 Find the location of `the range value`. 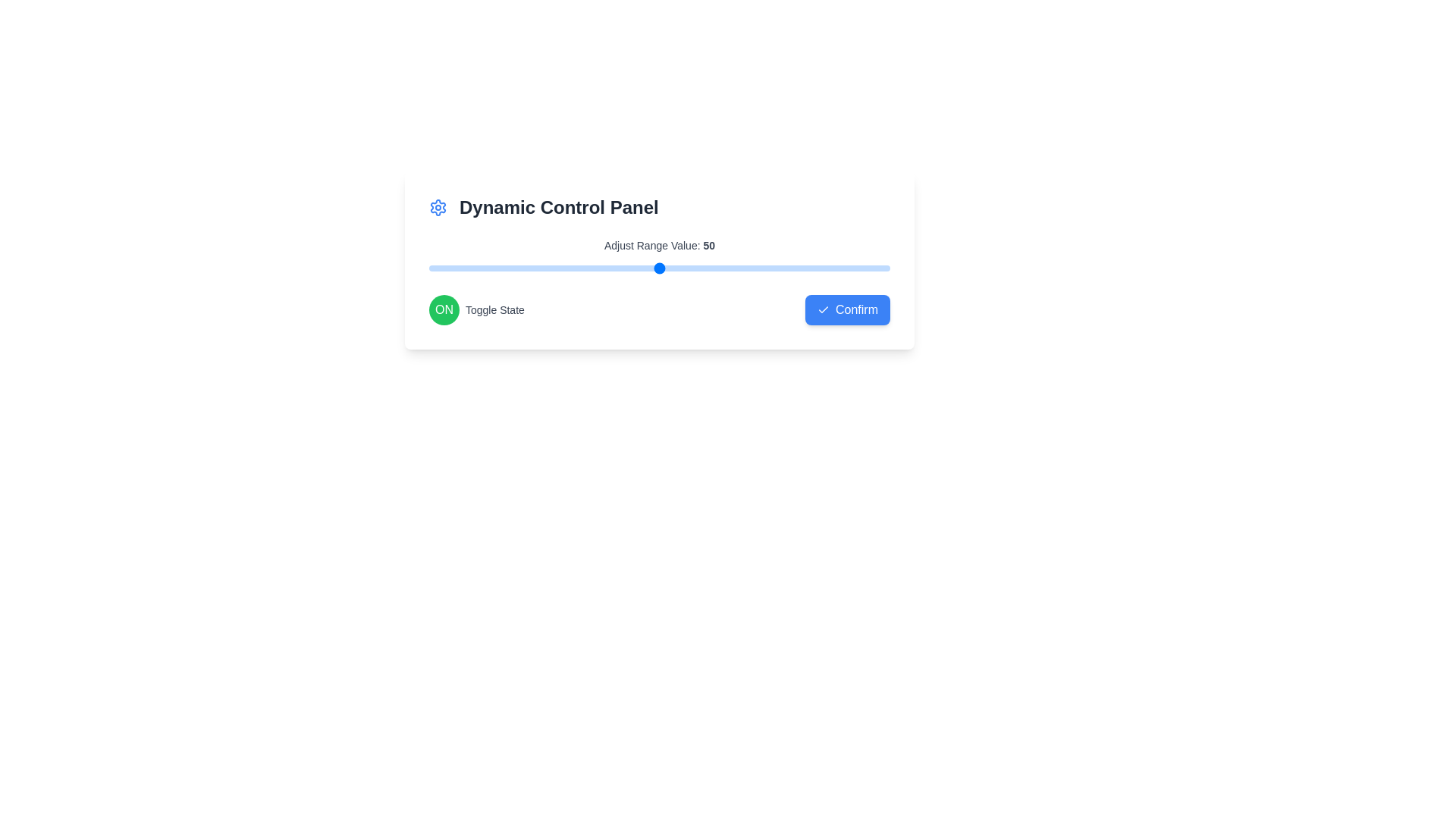

the range value is located at coordinates (557, 268).